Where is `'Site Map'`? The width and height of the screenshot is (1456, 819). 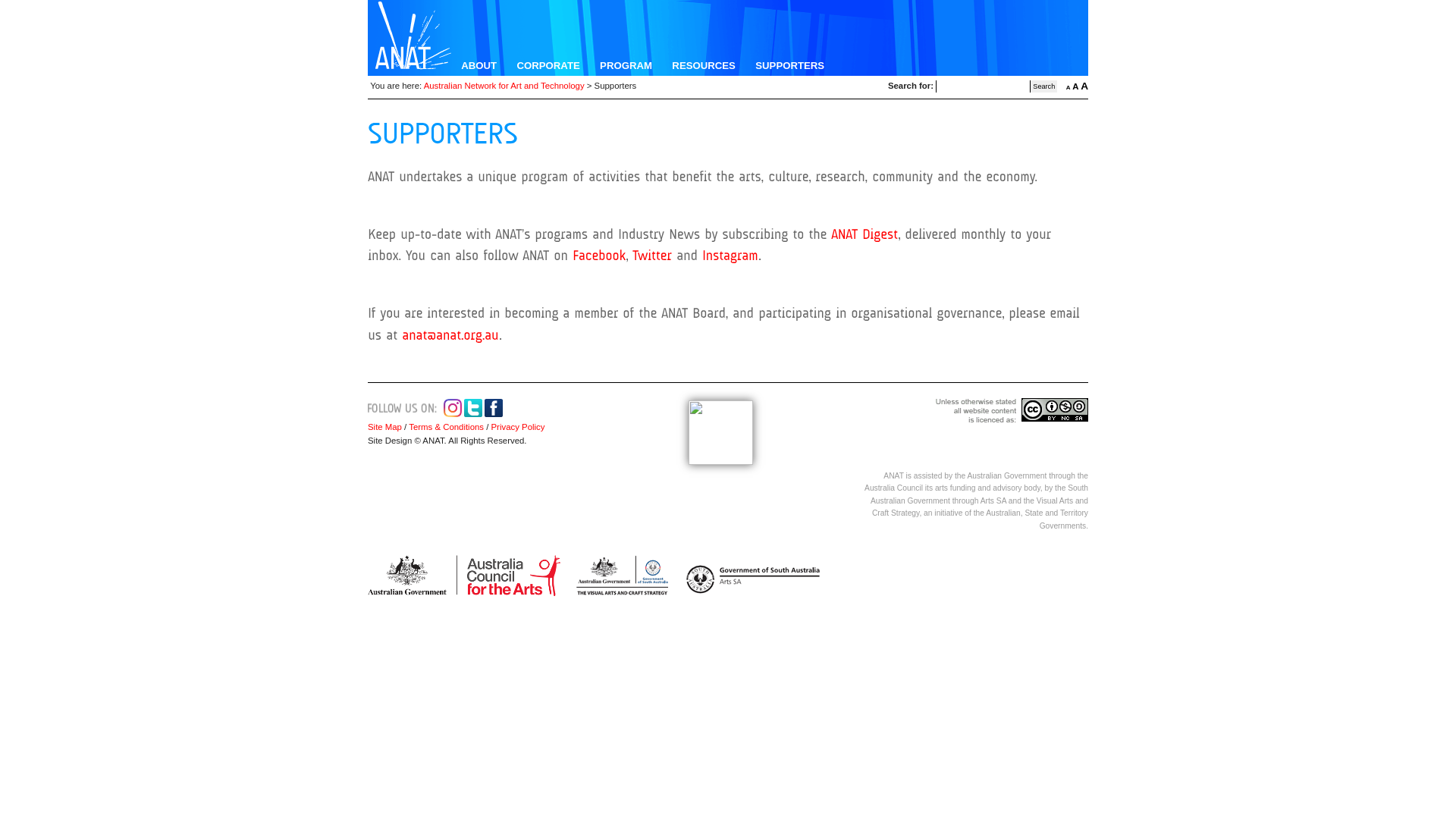
'Site Map' is located at coordinates (384, 427).